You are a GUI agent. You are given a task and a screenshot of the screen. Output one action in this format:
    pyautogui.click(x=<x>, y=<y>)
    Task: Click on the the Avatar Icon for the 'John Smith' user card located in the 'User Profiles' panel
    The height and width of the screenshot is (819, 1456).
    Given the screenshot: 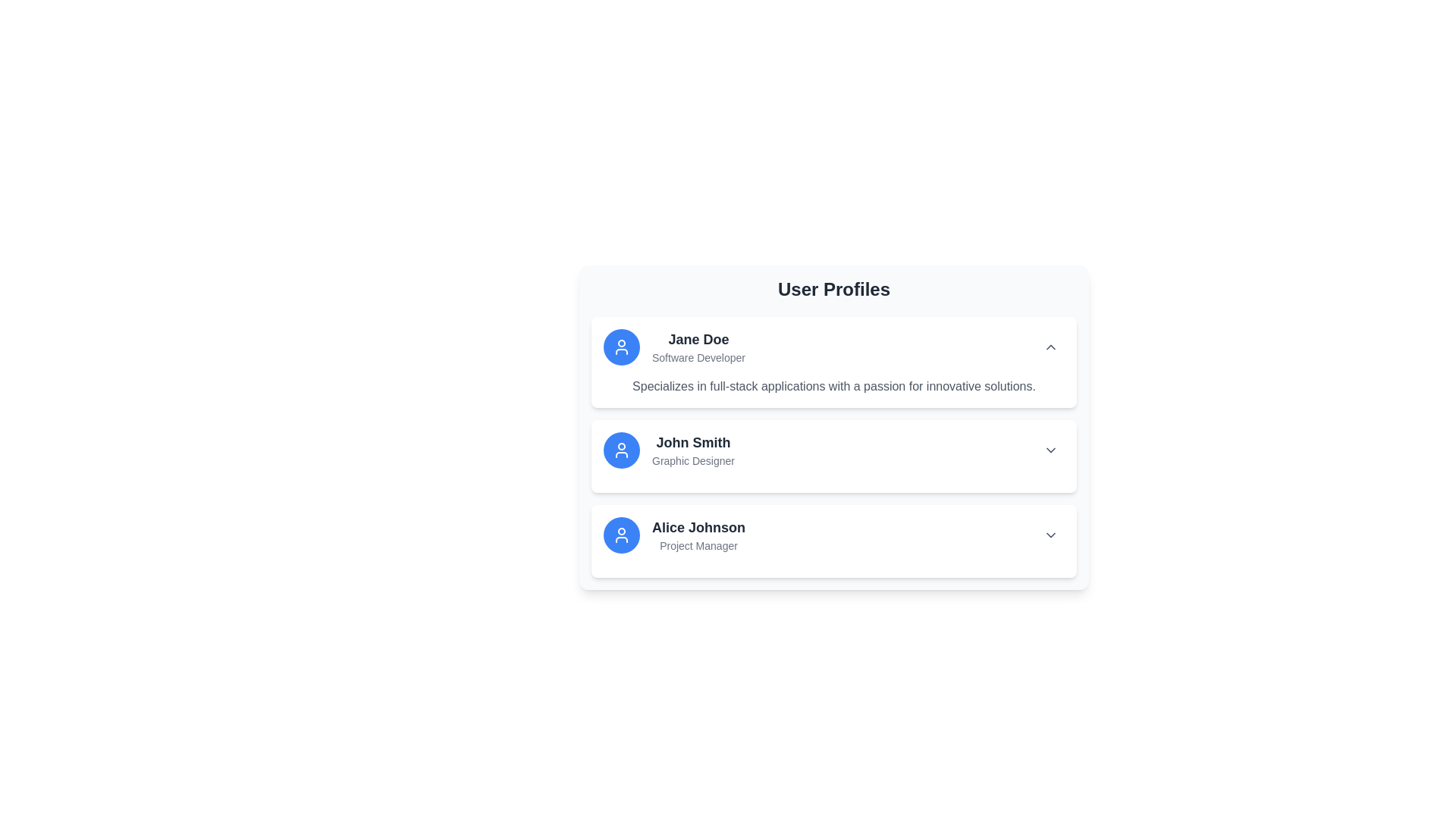 What is the action you would take?
    pyautogui.click(x=622, y=450)
    